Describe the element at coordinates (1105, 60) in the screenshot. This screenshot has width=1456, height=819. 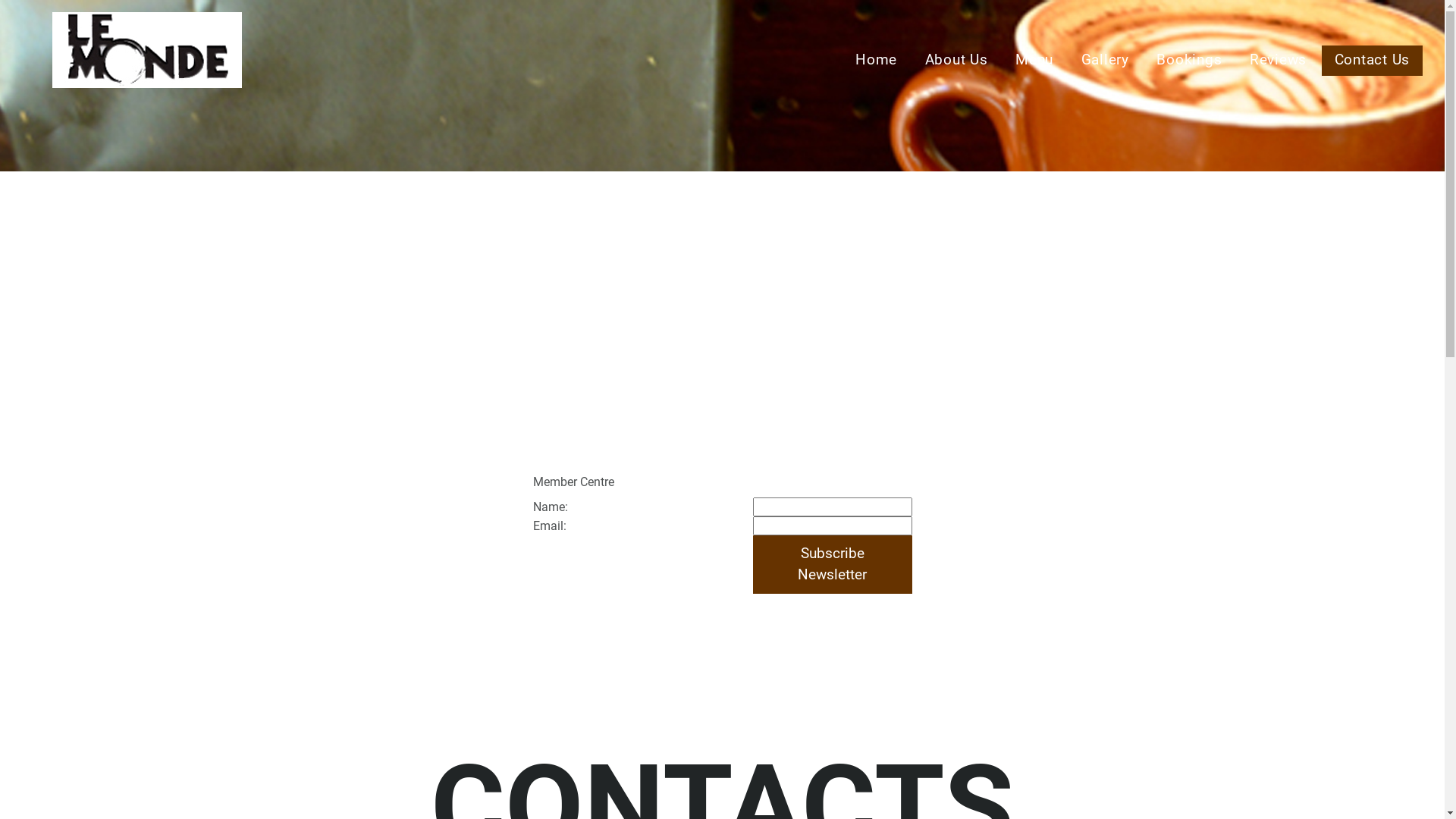
I see `'Gallery'` at that location.